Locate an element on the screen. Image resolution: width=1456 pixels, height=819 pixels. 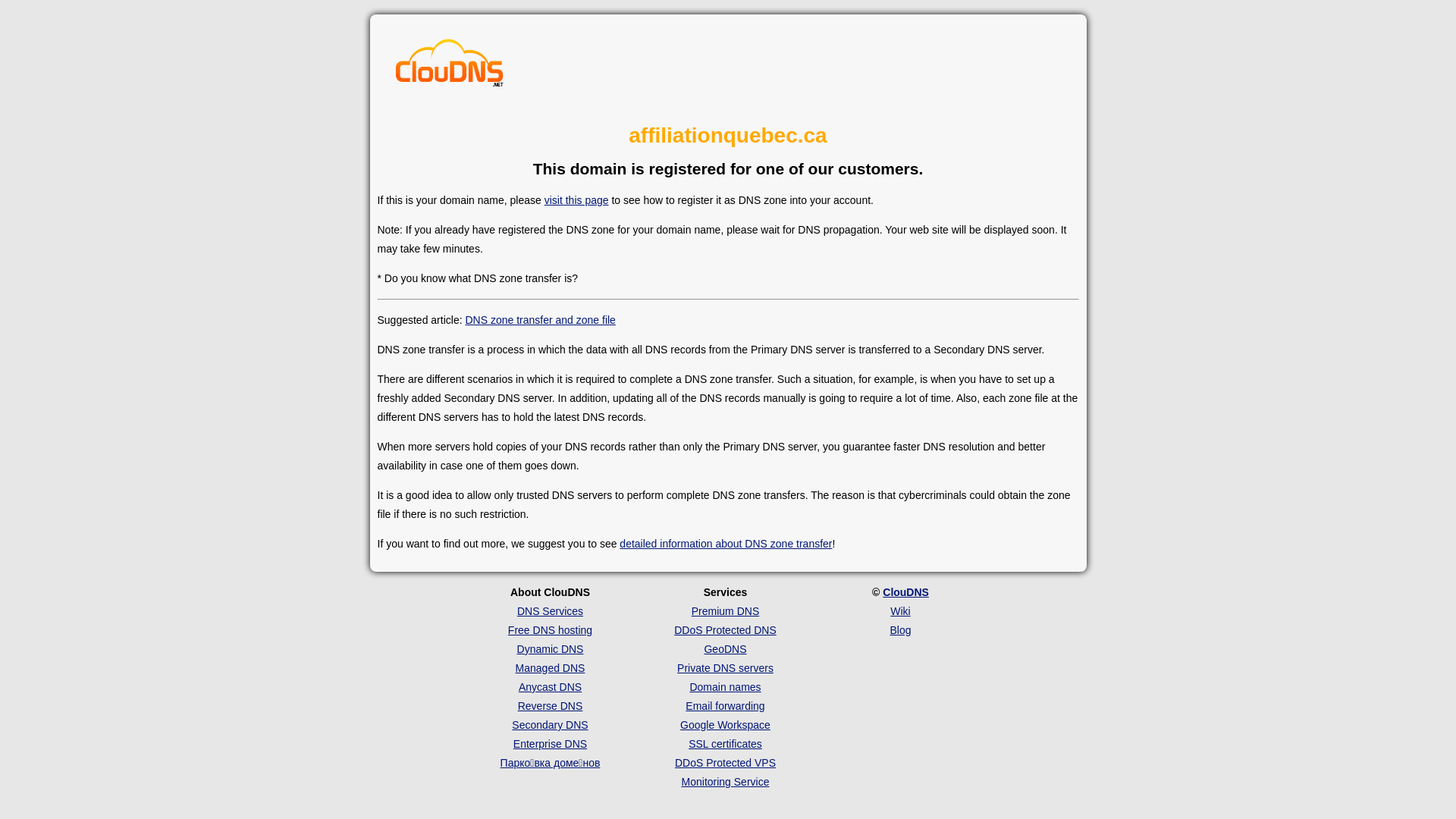
'Monitoring Service' is located at coordinates (724, 781).